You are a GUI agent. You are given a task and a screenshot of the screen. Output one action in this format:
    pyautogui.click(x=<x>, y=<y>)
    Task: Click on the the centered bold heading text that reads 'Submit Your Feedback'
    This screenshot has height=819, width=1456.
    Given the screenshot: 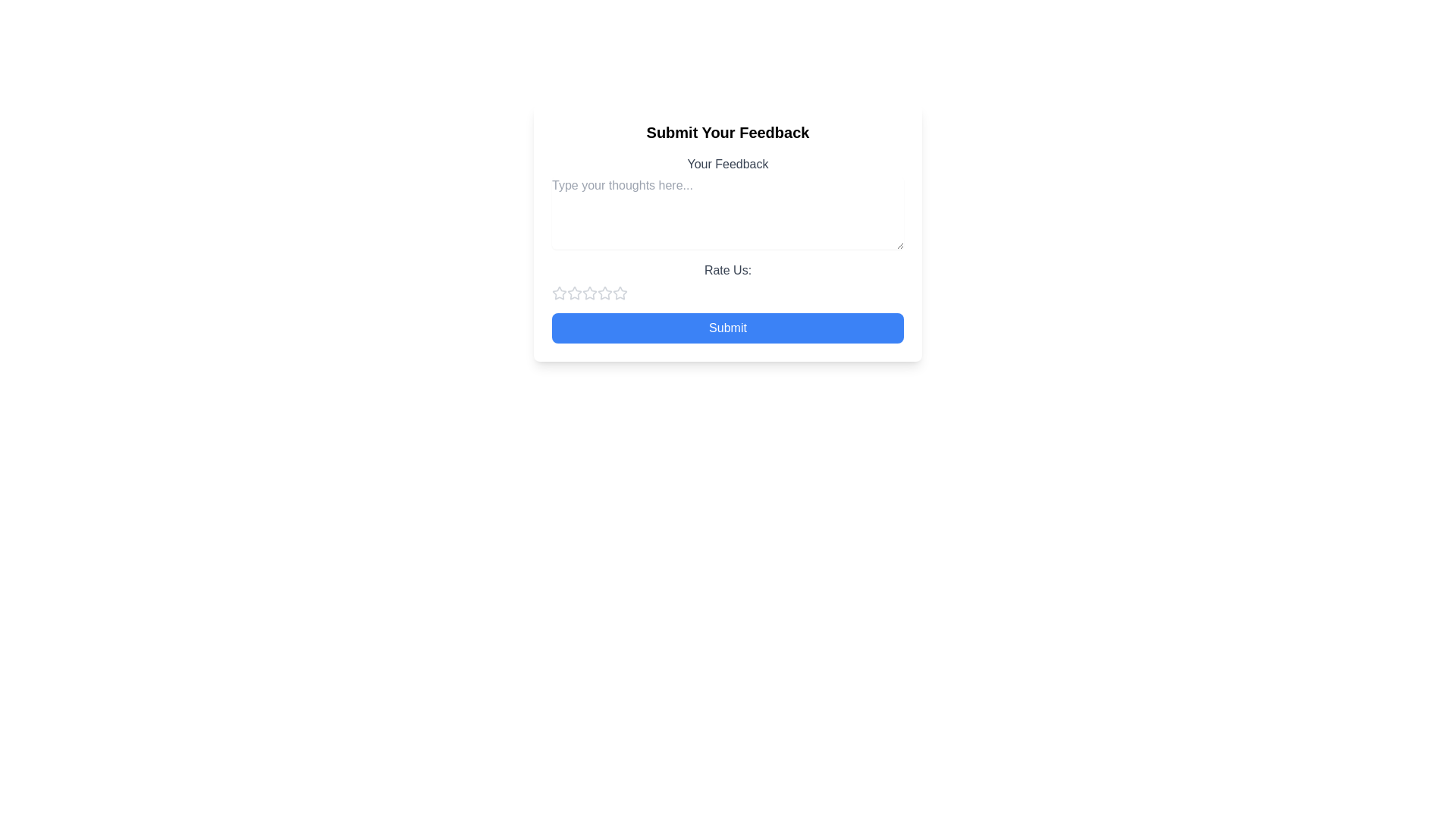 What is the action you would take?
    pyautogui.click(x=728, y=131)
    